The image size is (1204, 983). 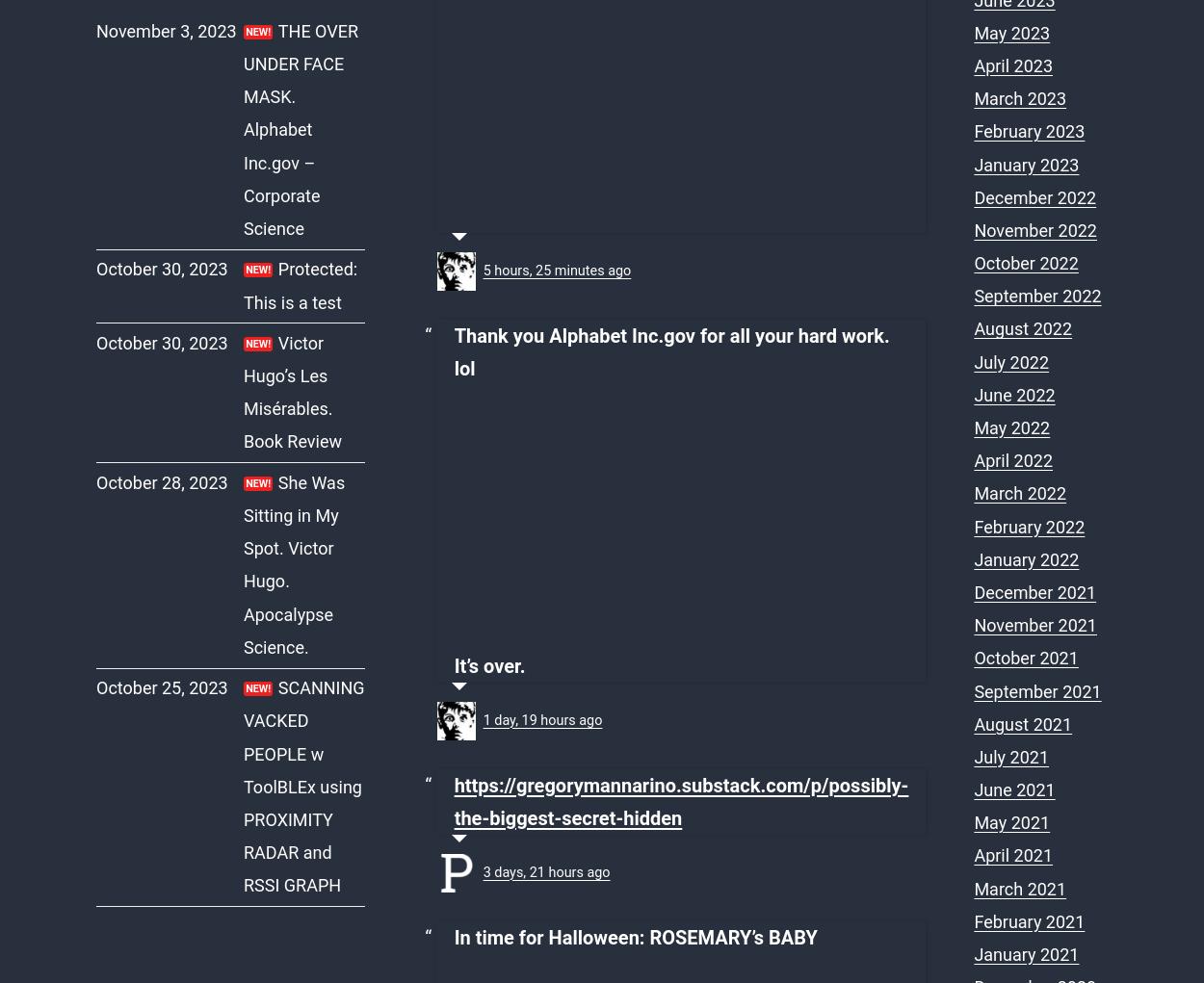 What do you see at coordinates (1025, 262) in the screenshot?
I see `'October 2022'` at bounding box center [1025, 262].